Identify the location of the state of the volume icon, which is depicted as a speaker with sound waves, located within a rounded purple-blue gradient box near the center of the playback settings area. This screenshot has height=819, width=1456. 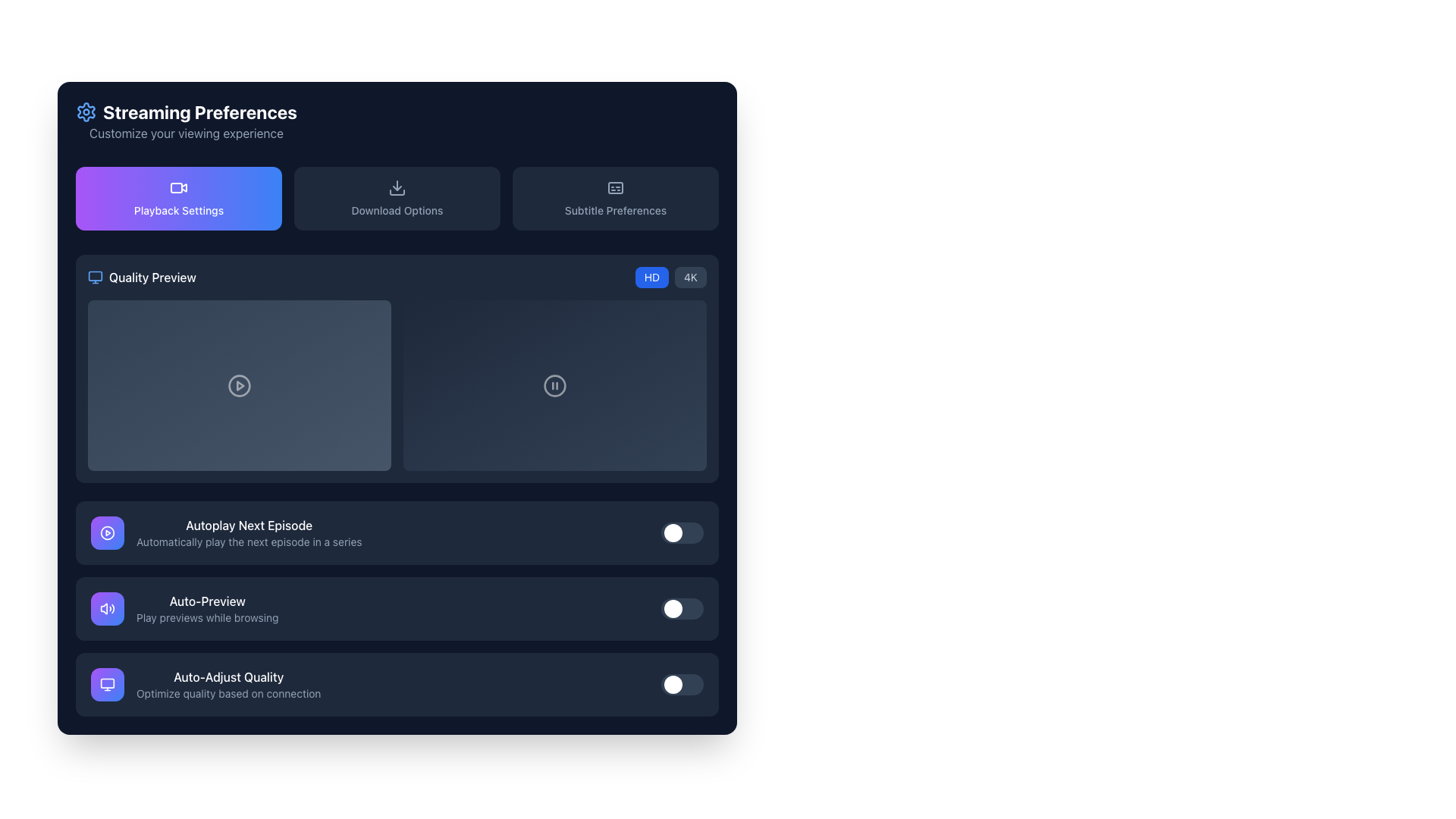
(107, 607).